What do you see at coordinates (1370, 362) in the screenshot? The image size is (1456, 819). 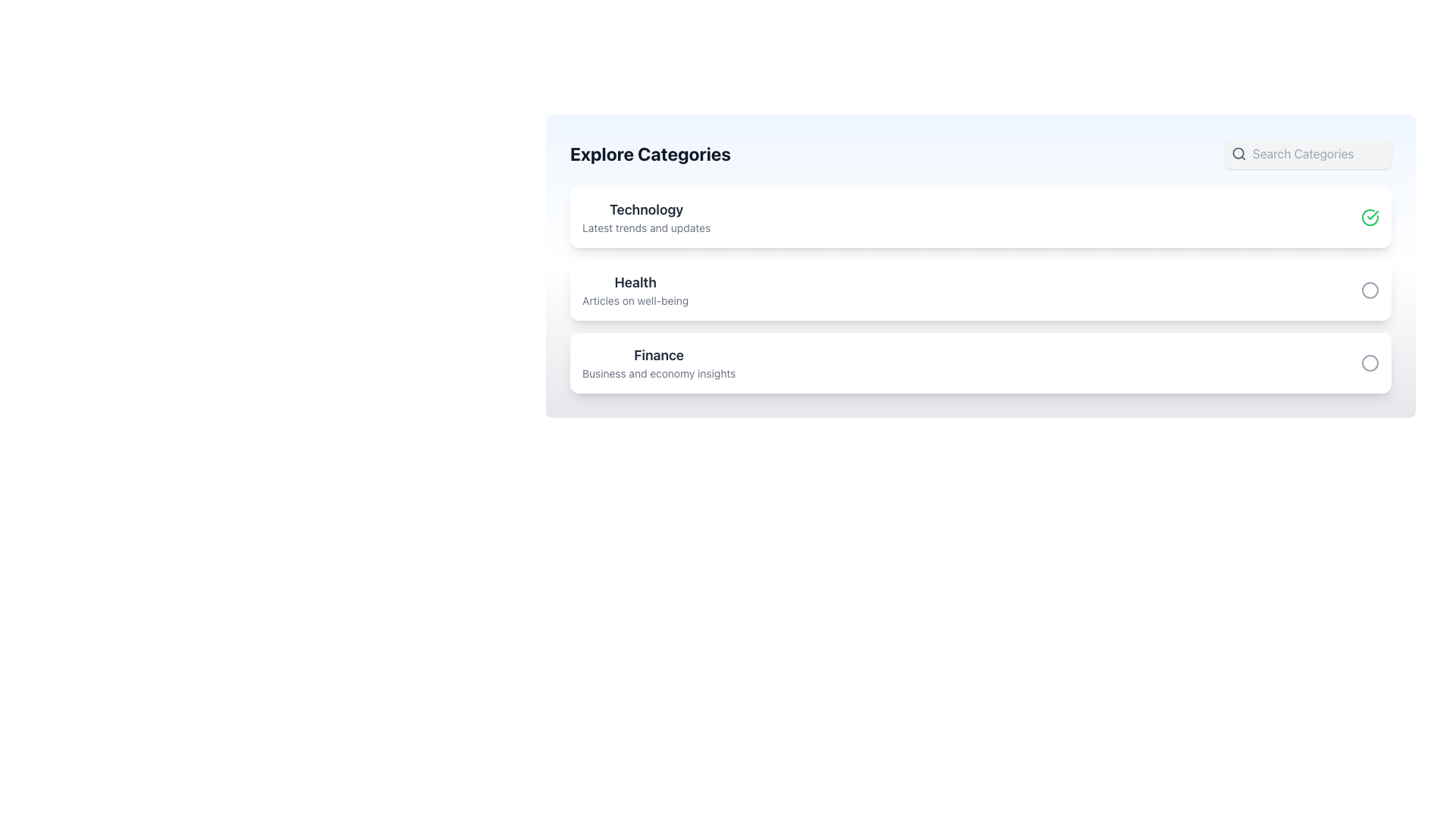 I see `the circular graphical component located inside the 'Finance' category card, positioned at the rightmost part of the card` at bounding box center [1370, 362].